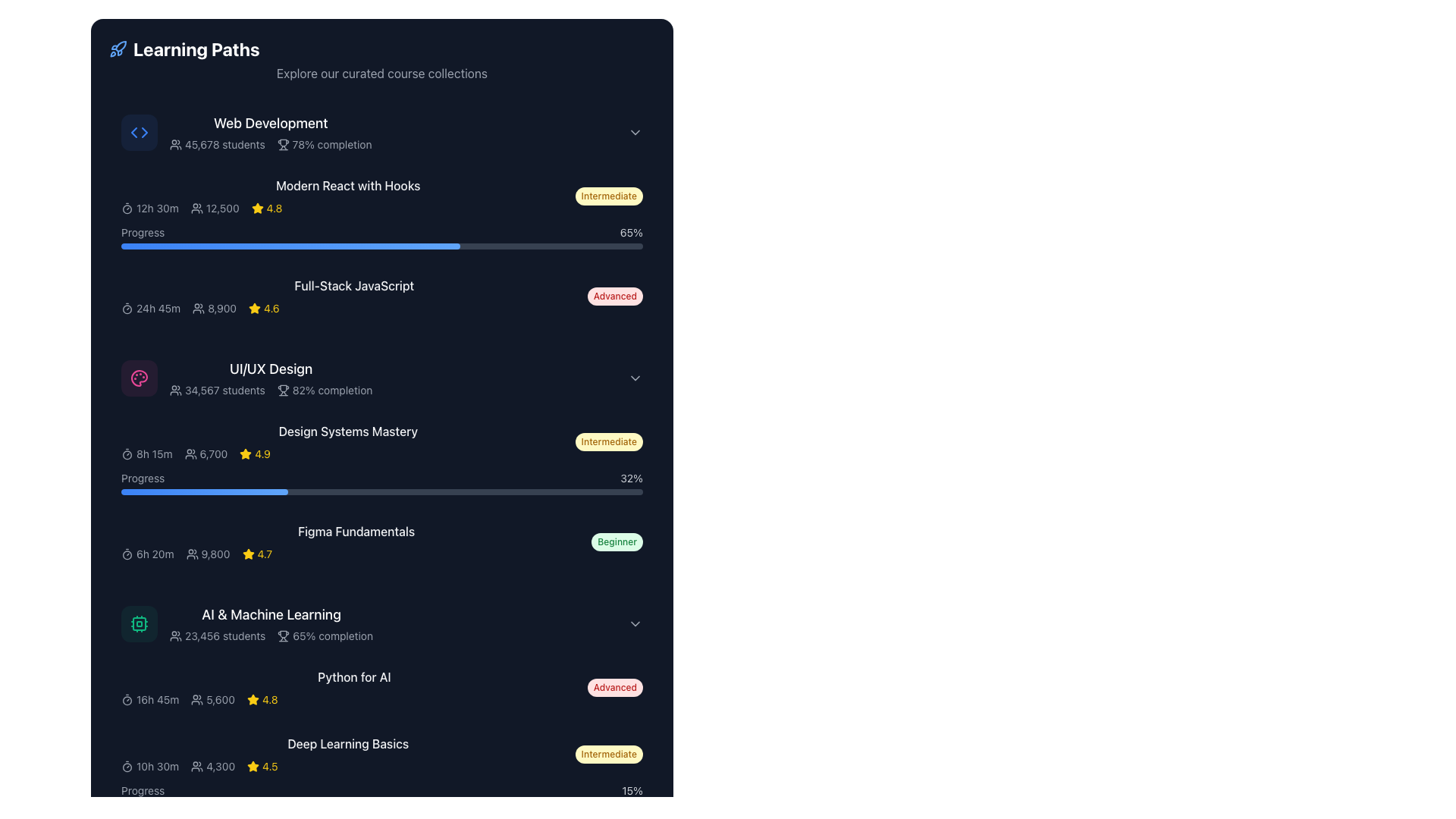  What do you see at coordinates (196, 208) in the screenshot?
I see `the icon indicating the number of participants in the 'Web Development' course entry, positioned to the left of the text '12,500'` at bounding box center [196, 208].